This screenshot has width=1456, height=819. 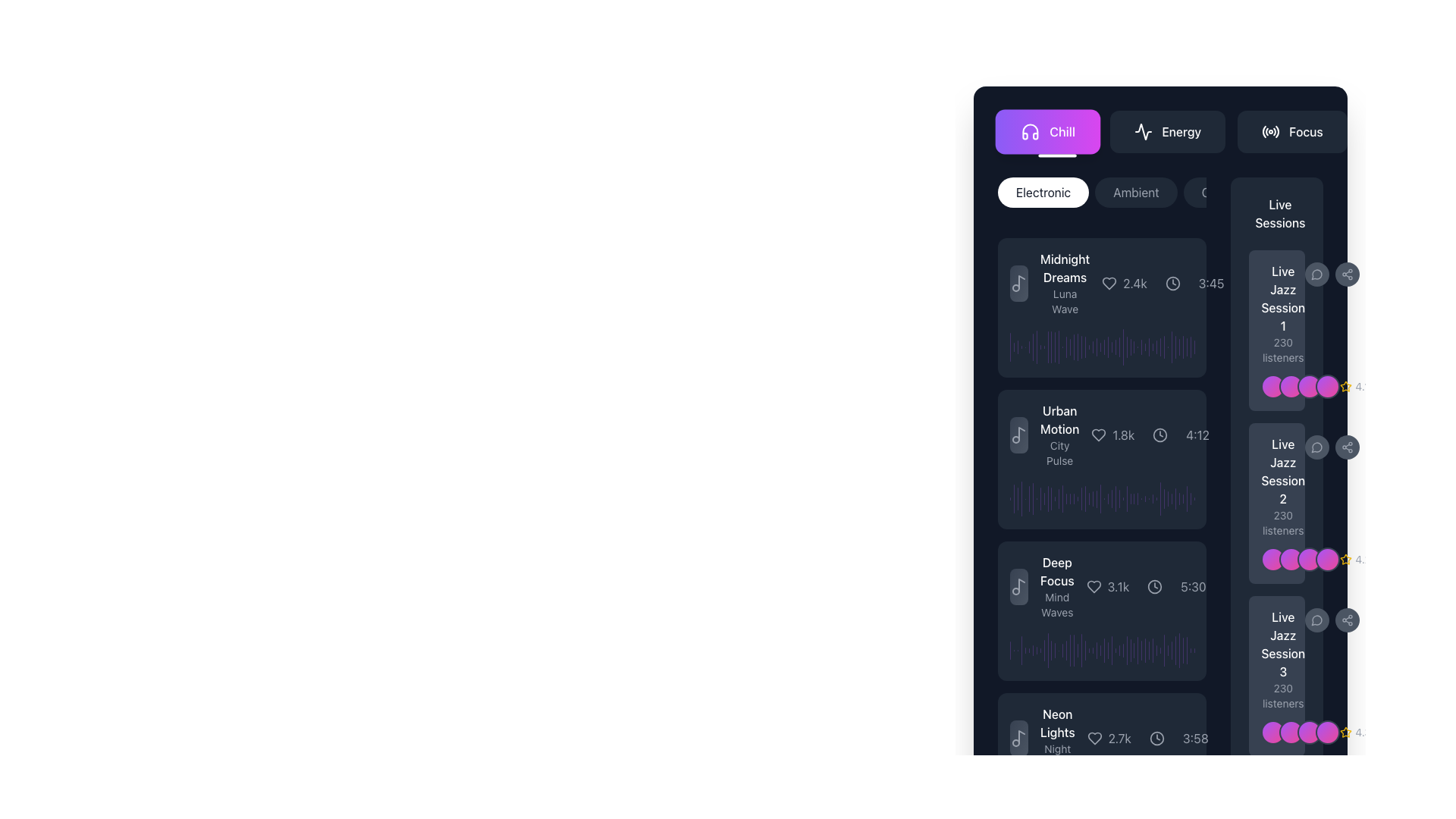 What do you see at coordinates (1010, 347) in the screenshot?
I see `the first Progress bar segment located at the far left of its section in the interface, which visually represents a specific value within a graphical chart` at bounding box center [1010, 347].